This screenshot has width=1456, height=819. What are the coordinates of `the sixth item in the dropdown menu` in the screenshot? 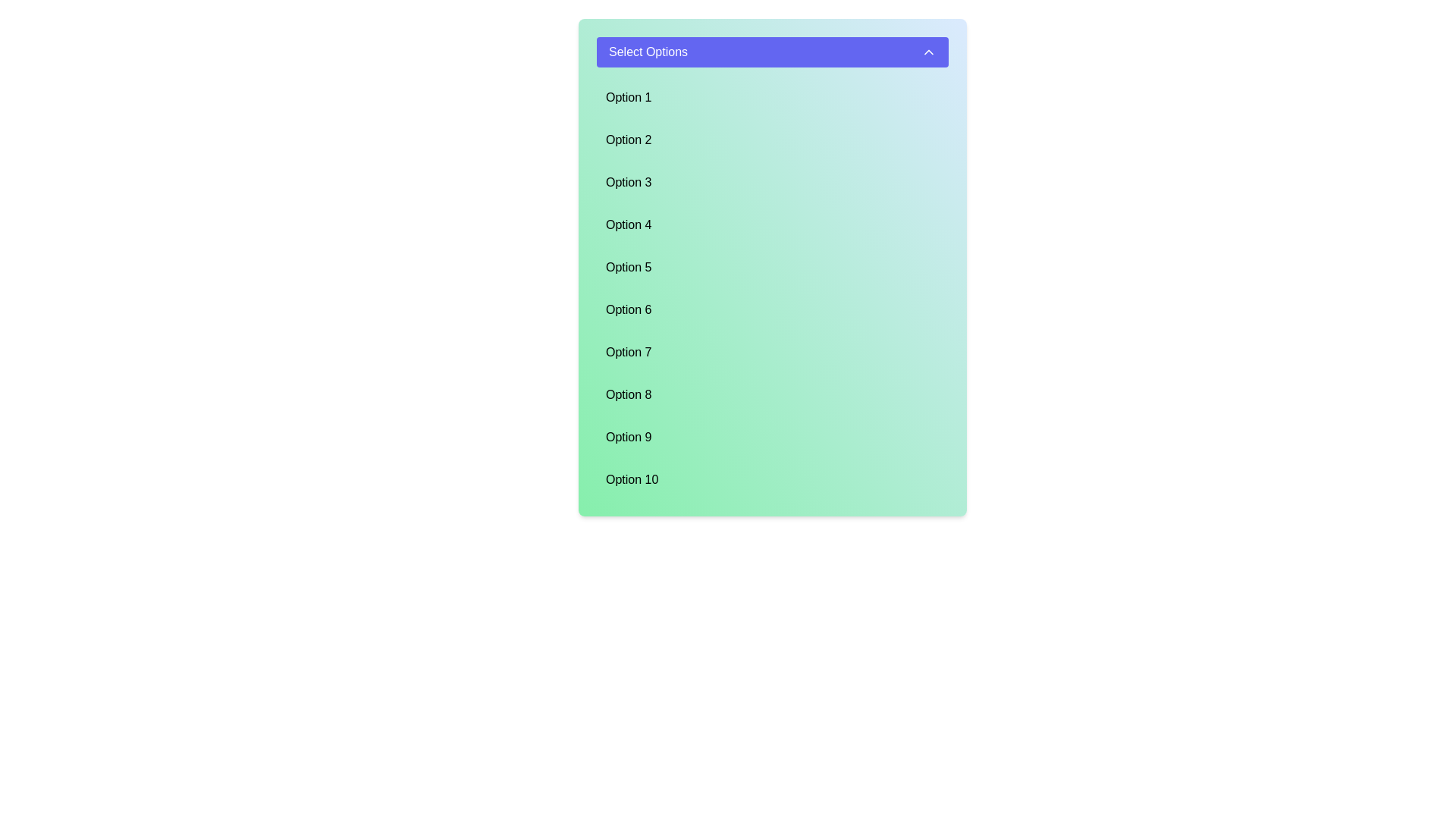 It's located at (772, 309).